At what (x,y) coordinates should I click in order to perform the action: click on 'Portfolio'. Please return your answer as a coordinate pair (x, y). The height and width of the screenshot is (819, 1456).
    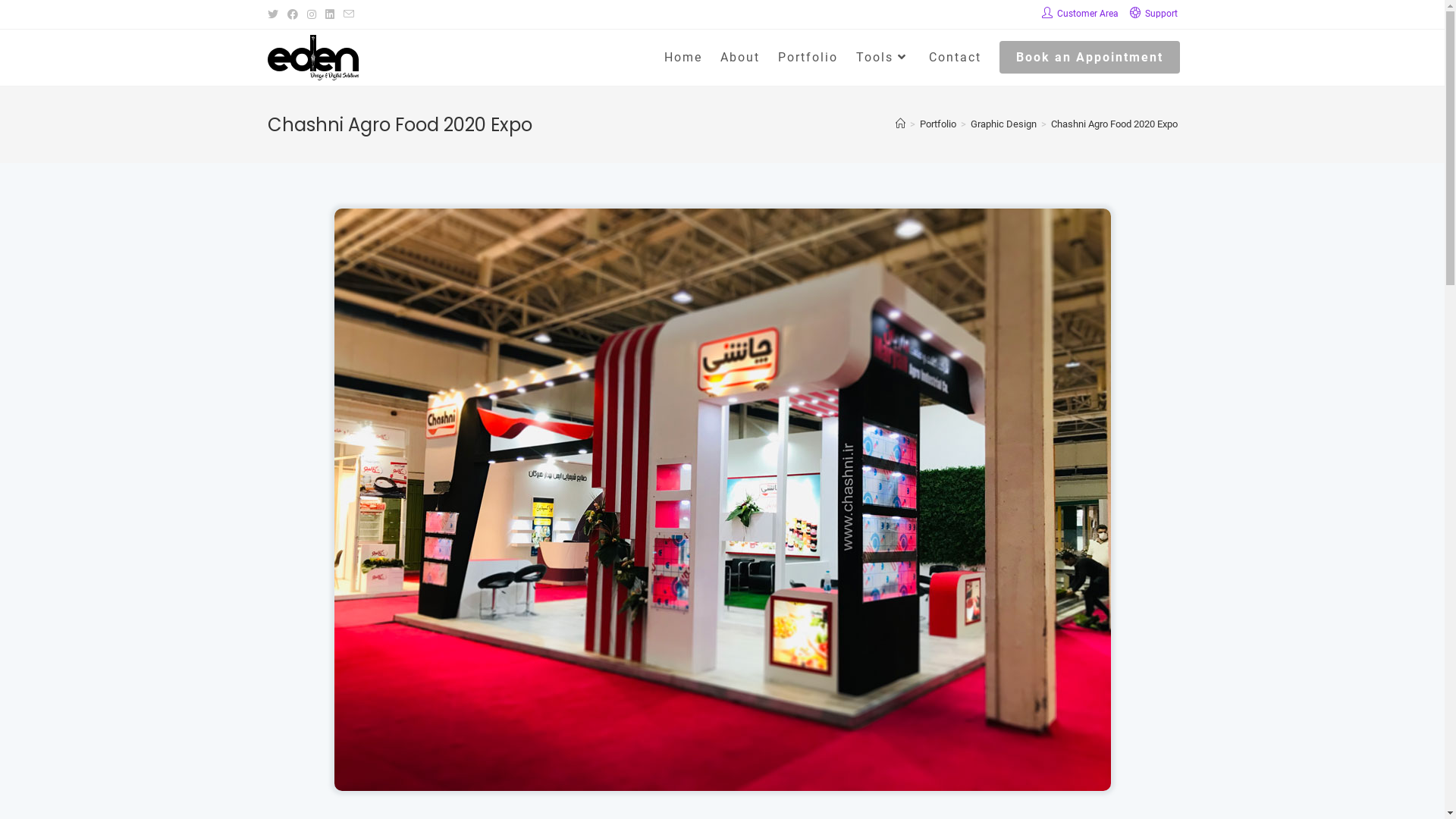
    Looking at the image, I should click on (937, 123).